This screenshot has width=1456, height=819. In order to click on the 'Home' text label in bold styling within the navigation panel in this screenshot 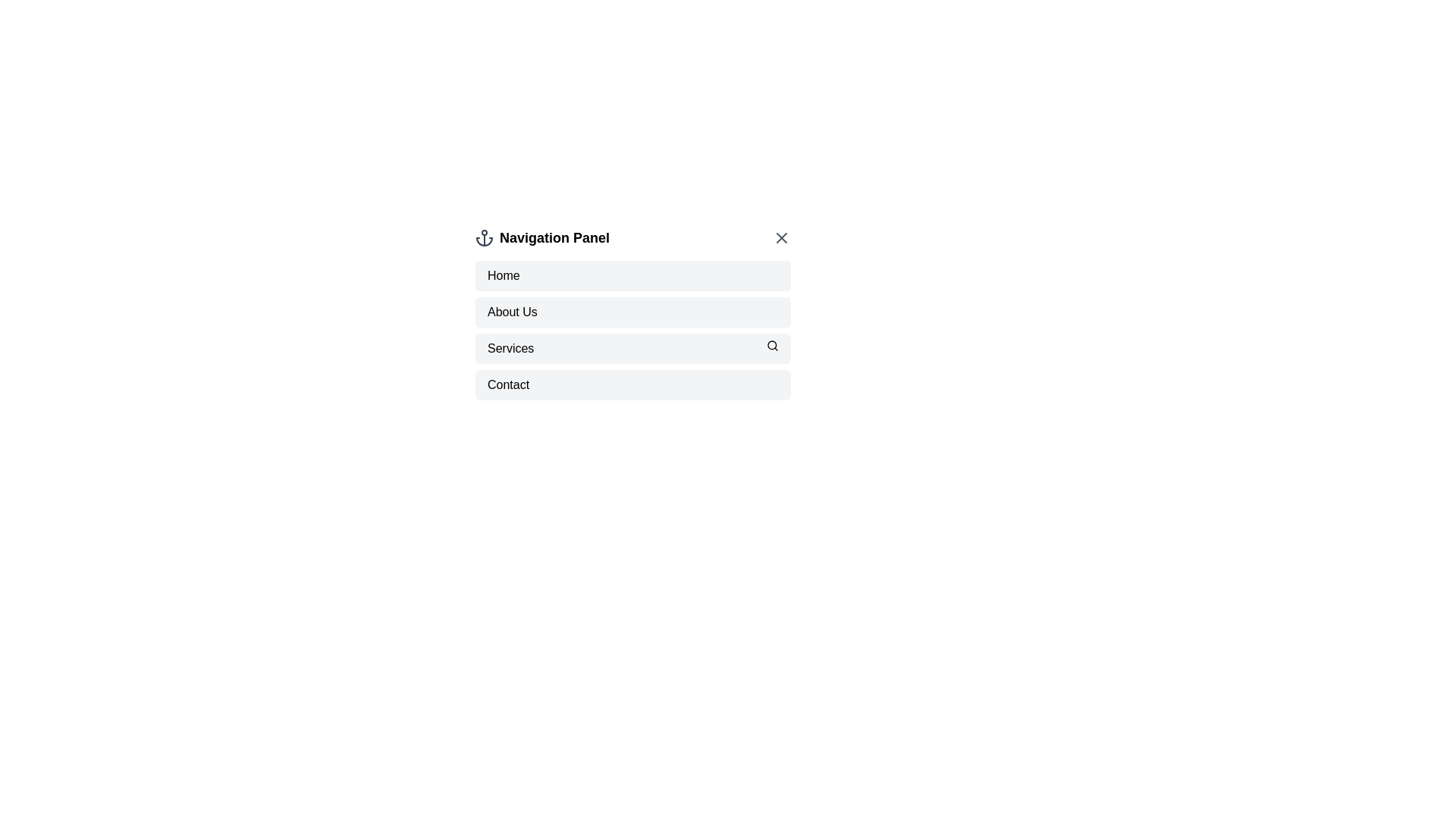, I will do `click(504, 275)`.